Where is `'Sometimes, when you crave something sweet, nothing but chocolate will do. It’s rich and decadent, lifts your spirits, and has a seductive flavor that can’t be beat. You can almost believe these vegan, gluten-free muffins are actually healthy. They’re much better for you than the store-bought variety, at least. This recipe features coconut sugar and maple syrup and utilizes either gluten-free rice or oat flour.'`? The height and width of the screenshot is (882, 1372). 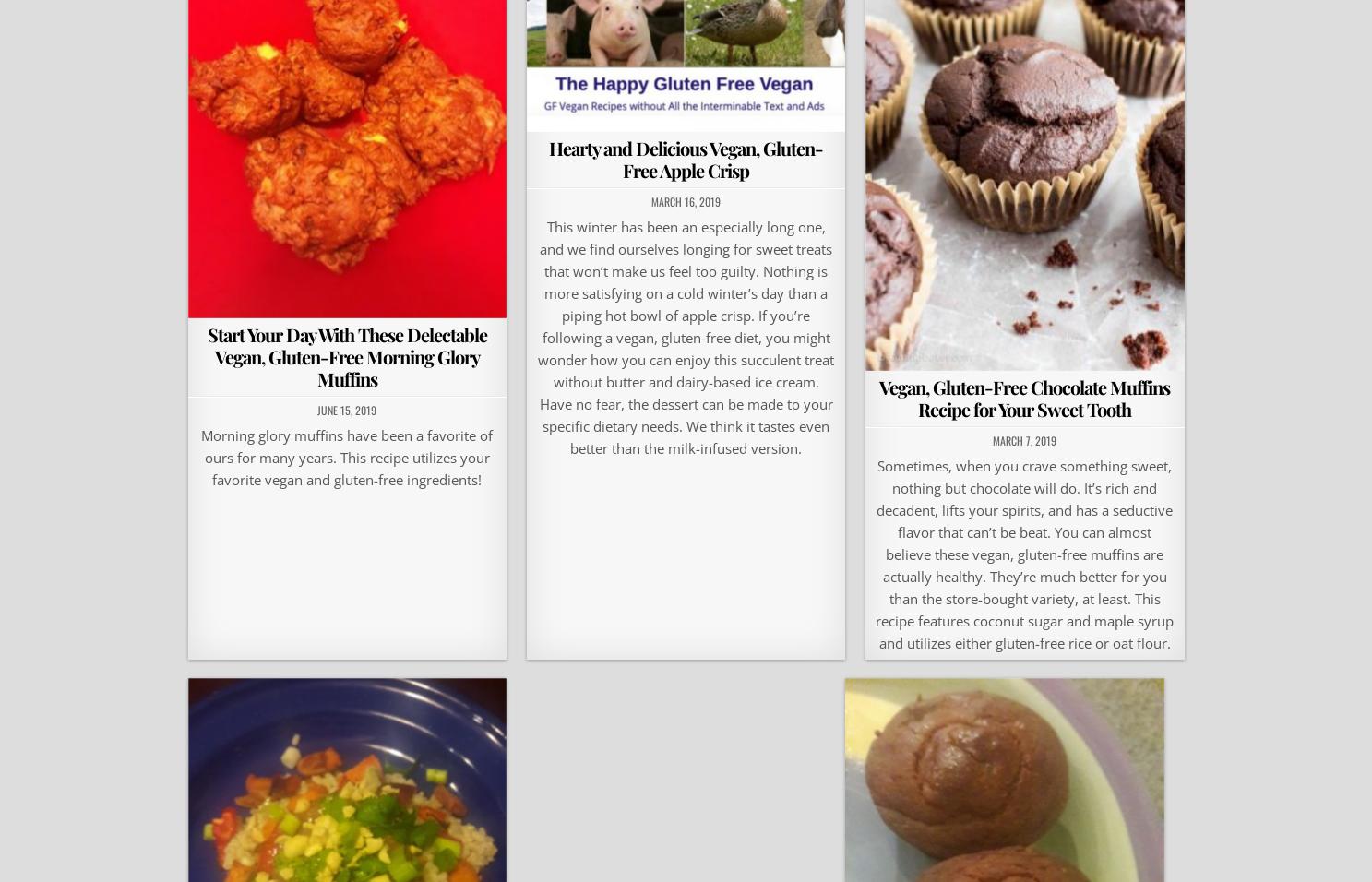 'Sometimes, when you crave something sweet, nothing but chocolate will do. It’s rich and decadent, lifts your spirits, and has a seductive flavor that can’t be beat. You can almost believe these vegan, gluten-free muffins are actually healthy. They’re much better for you than the store-bought variety, at least. This recipe features coconut sugar and maple syrup and utilizes either gluten-free rice or oat flour.' is located at coordinates (876, 553).